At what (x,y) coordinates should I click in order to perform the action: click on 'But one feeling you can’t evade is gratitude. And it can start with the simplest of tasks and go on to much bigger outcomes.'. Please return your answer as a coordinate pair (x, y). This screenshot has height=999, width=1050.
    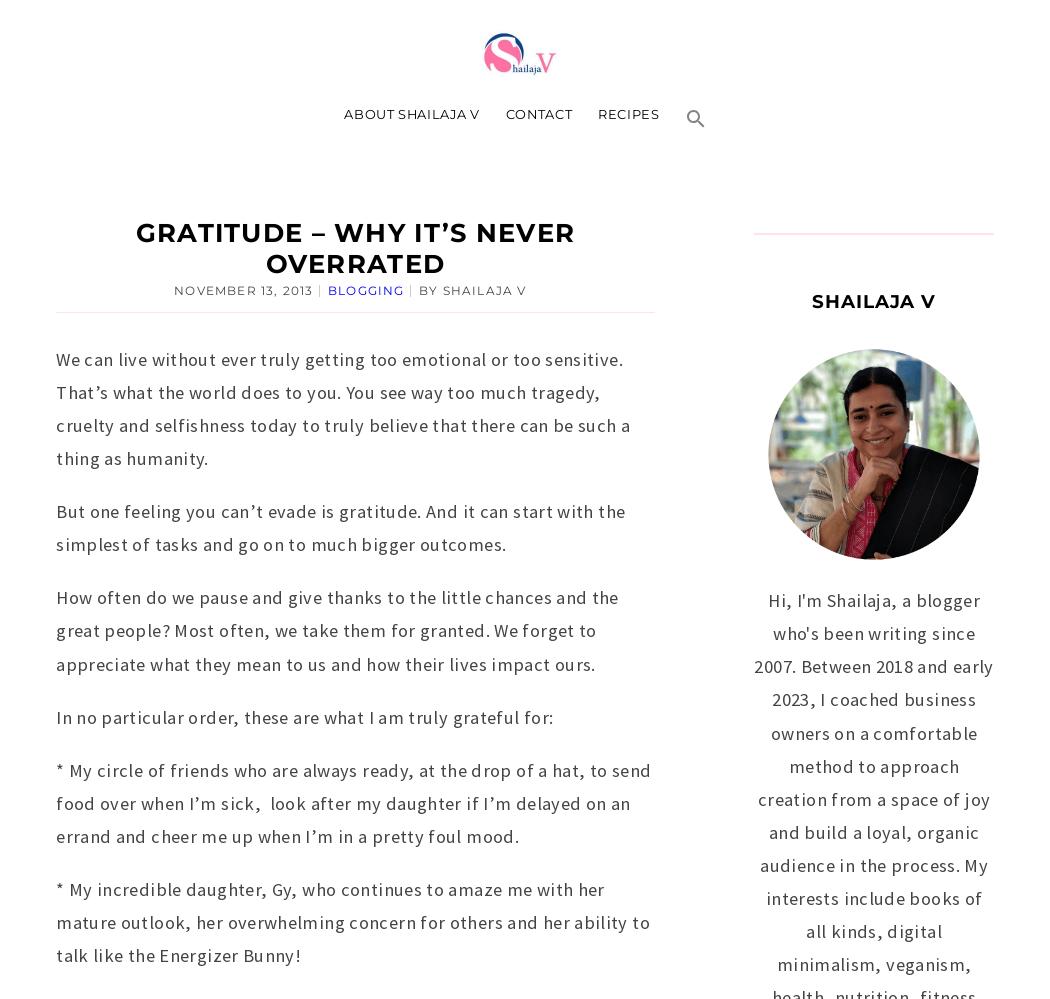
    Looking at the image, I should click on (339, 526).